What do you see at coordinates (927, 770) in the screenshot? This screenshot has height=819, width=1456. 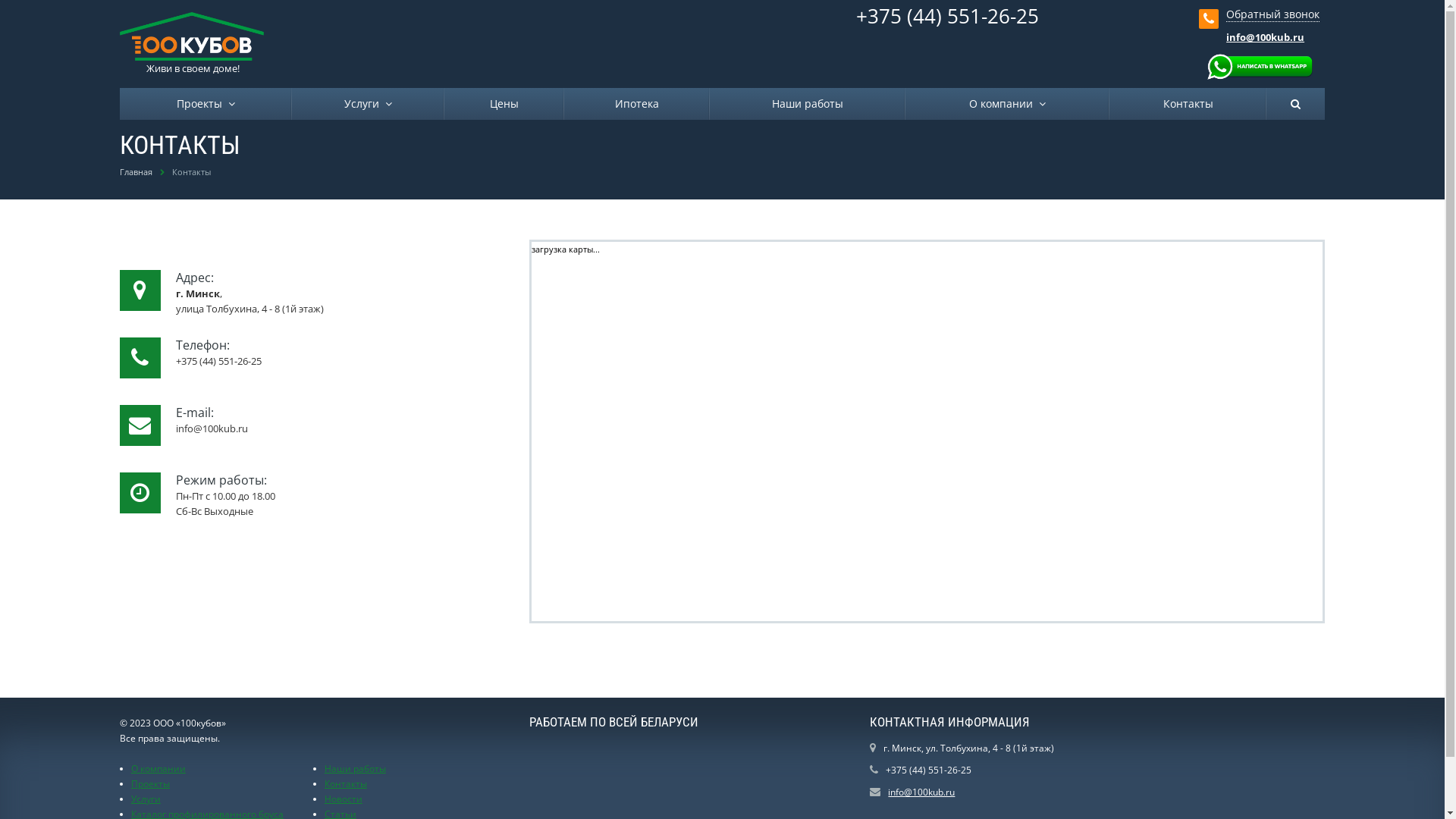 I see `'+375 (44) 551-26-25'` at bounding box center [927, 770].